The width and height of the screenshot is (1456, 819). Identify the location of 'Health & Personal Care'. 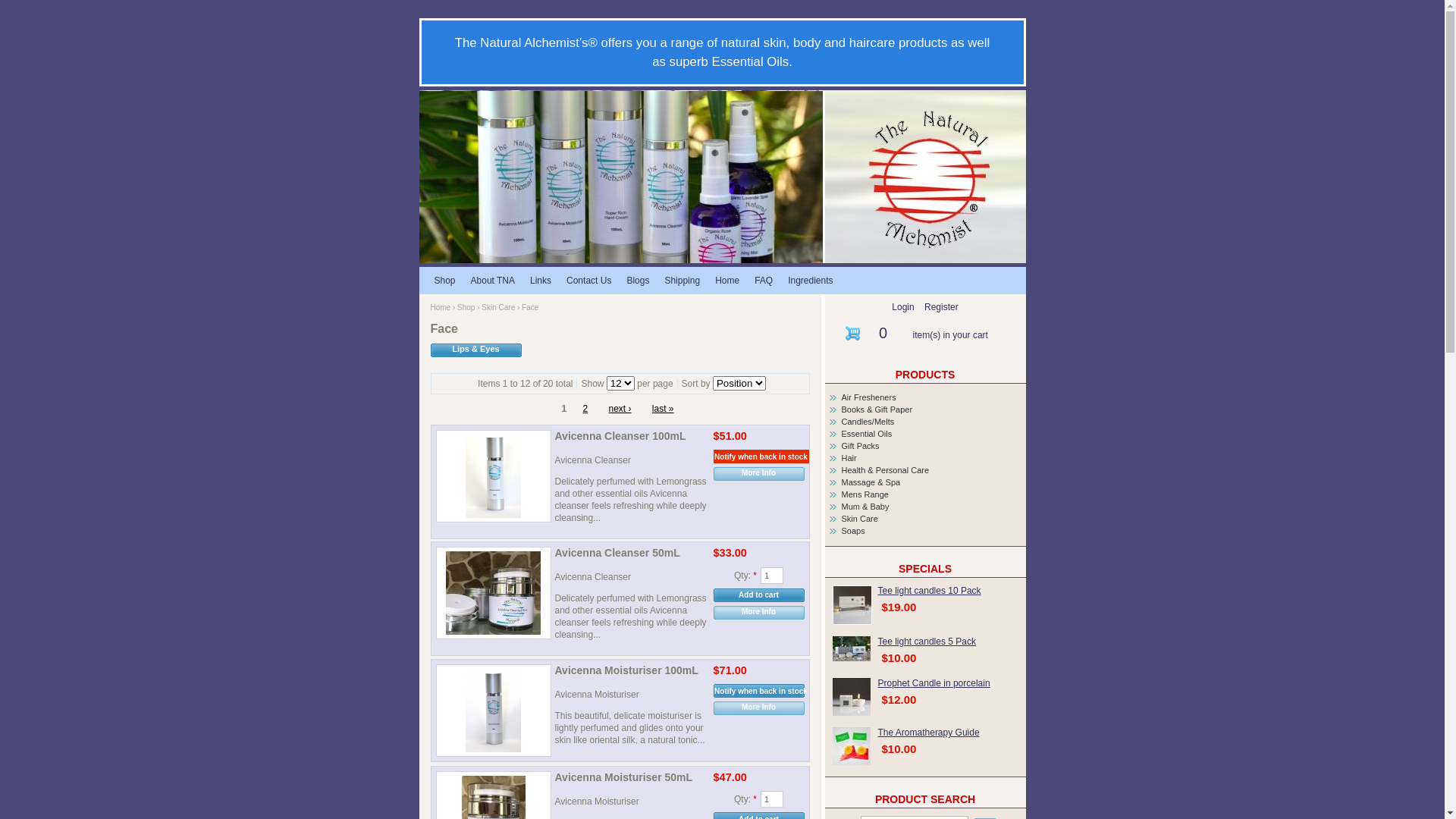
(885, 469).